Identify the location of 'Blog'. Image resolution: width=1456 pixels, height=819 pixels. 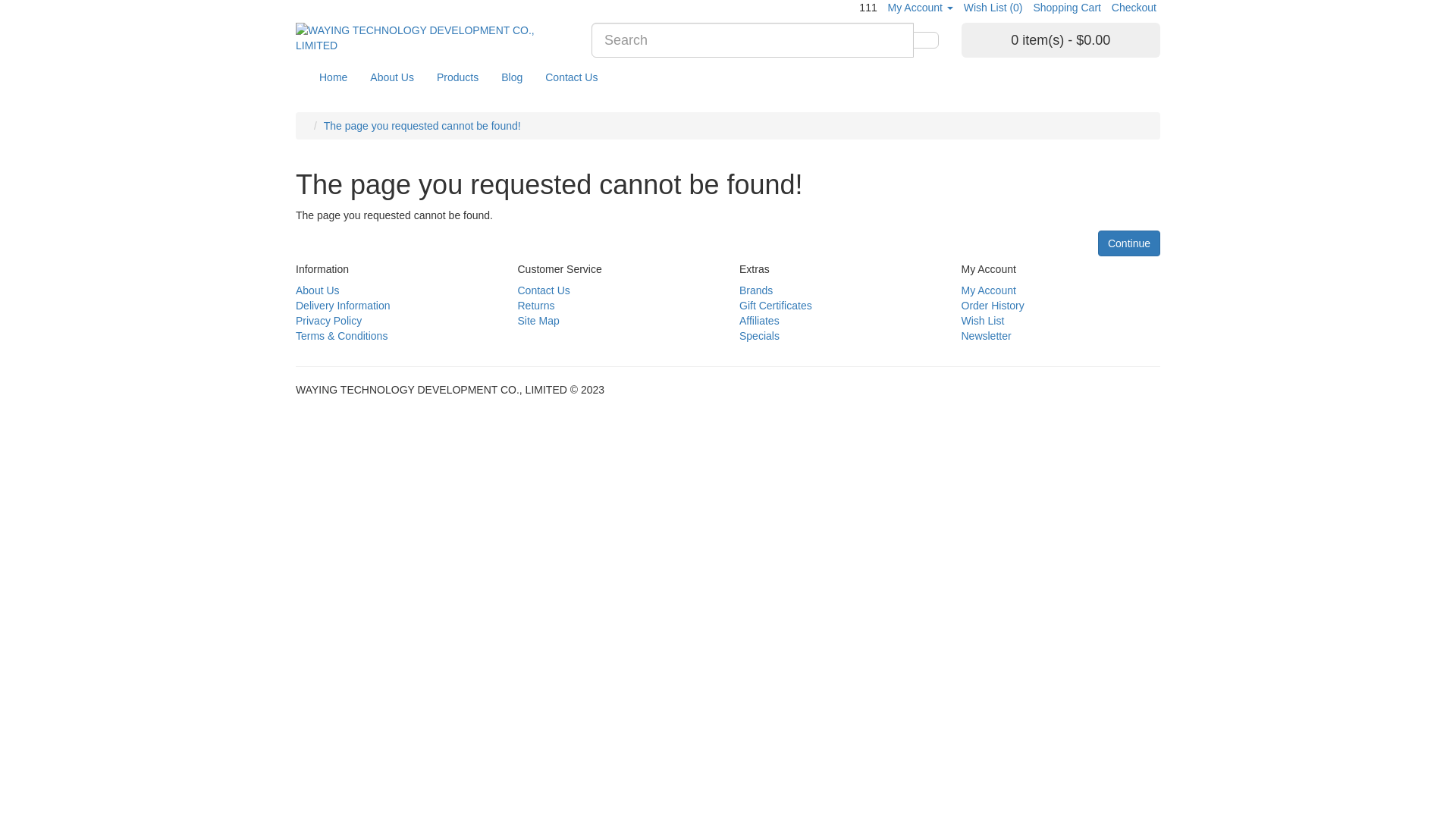
(512, 77).